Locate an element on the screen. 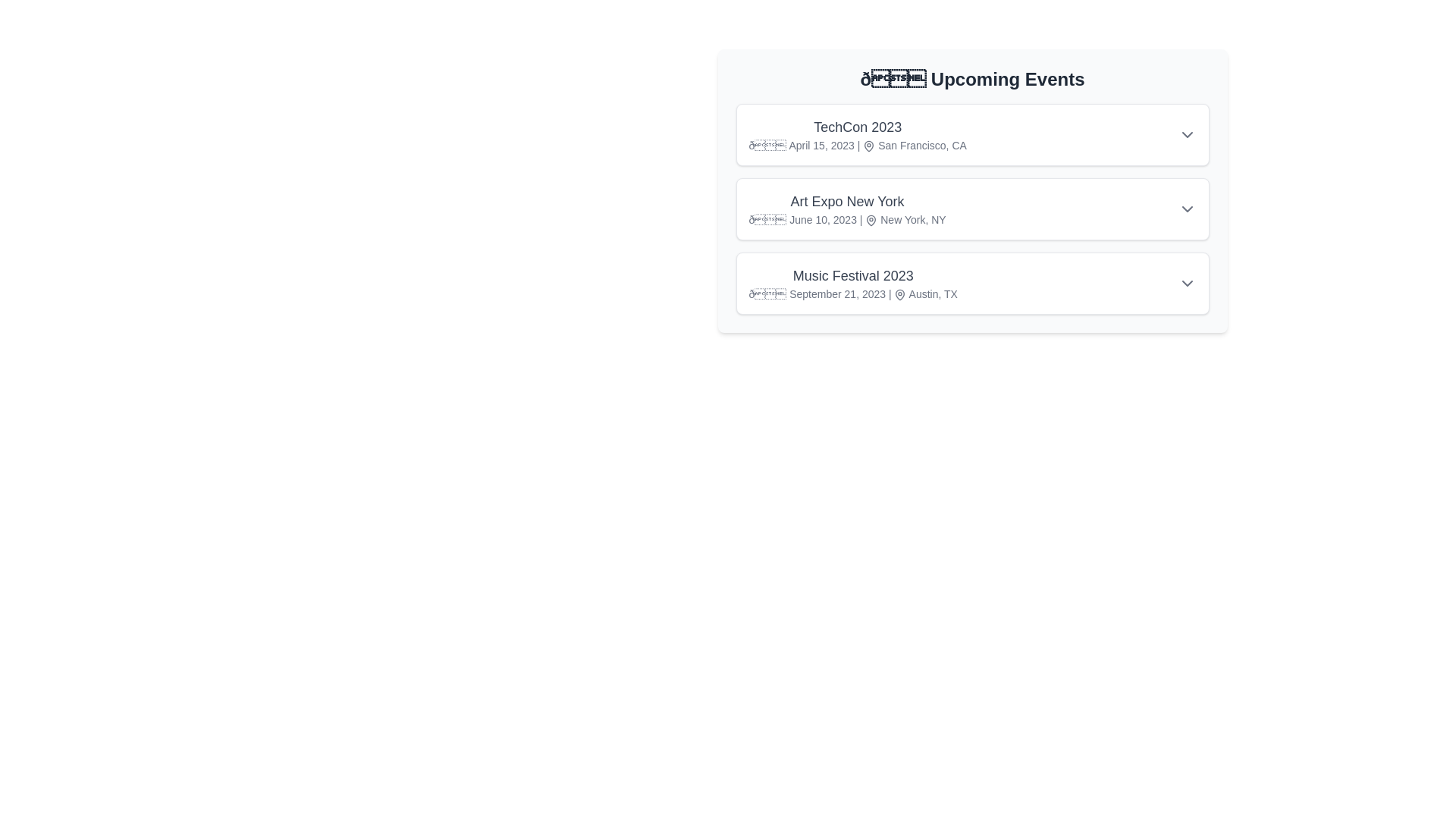 This screenshot has width=1456, height=819. the location icon for the event titled 'Art Expo New York' is located at coordinates (871, 221).